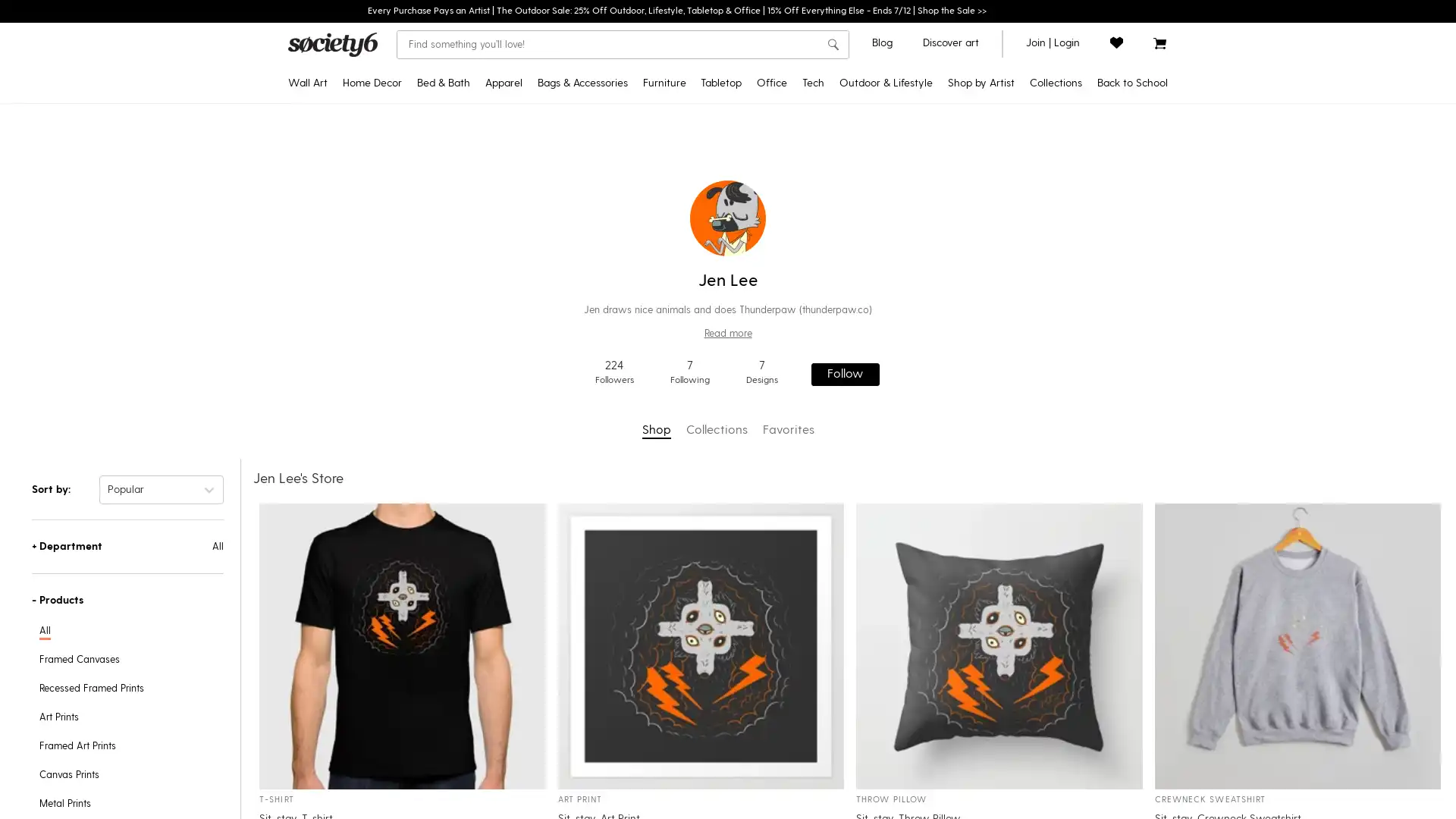  What do you see at coordinates (356, 390) in the screenshot?
I see `Mini Art Prints` at bounding box center [356, 390].